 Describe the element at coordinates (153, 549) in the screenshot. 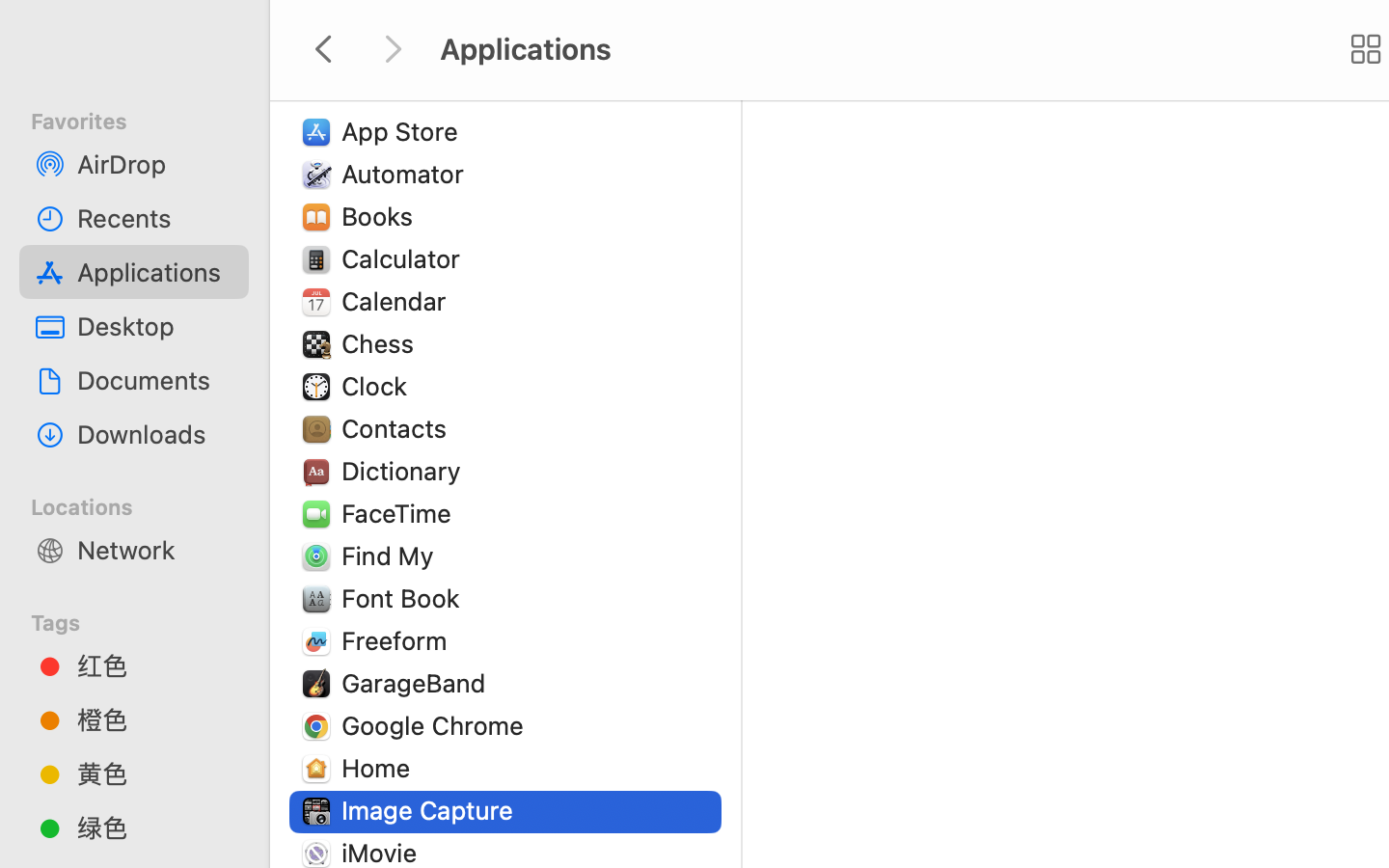

I see `'Network'` at that location.